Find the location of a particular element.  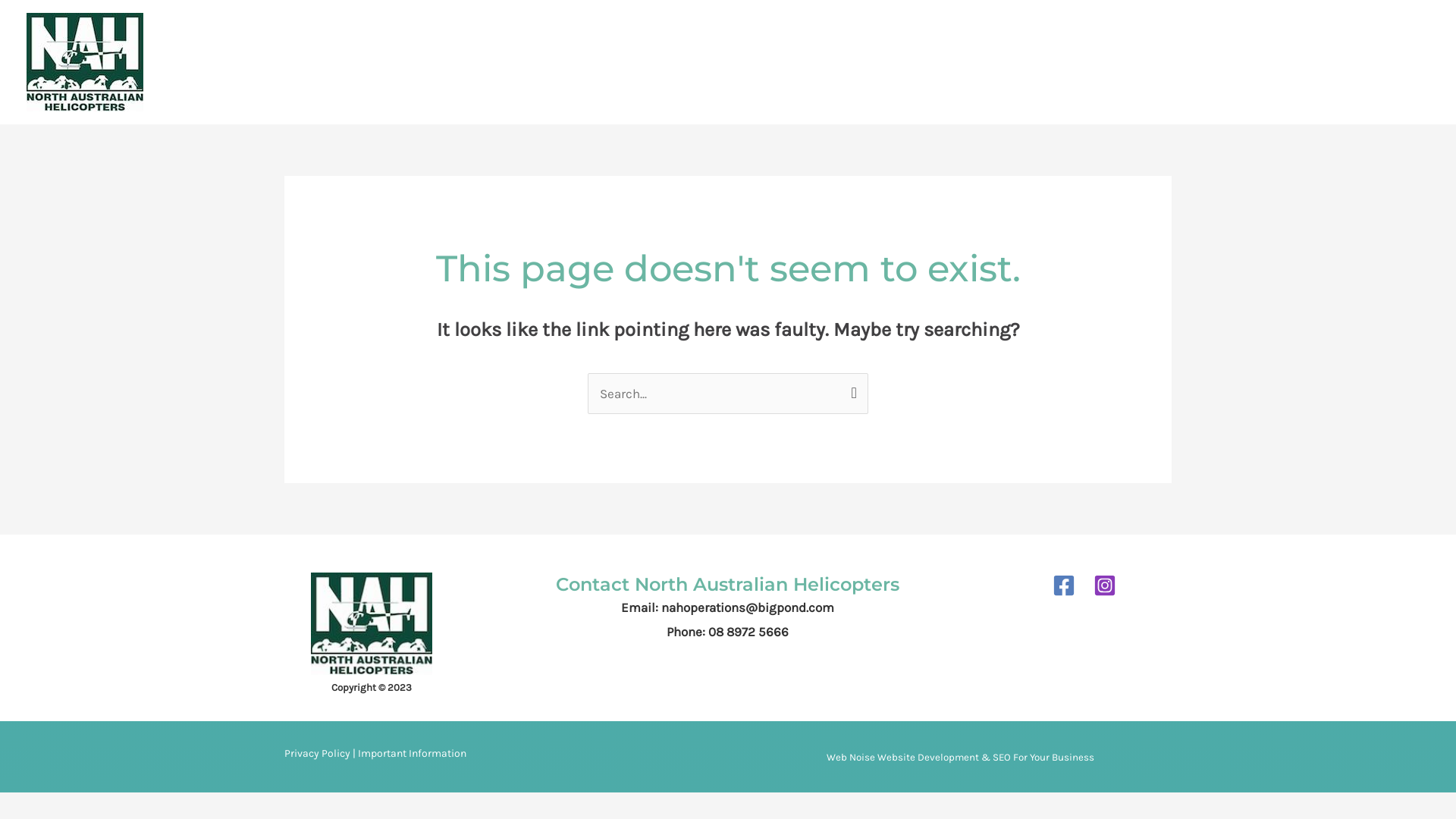

'Phone: 08 8972 5666' is located at coordinates (726, 632).